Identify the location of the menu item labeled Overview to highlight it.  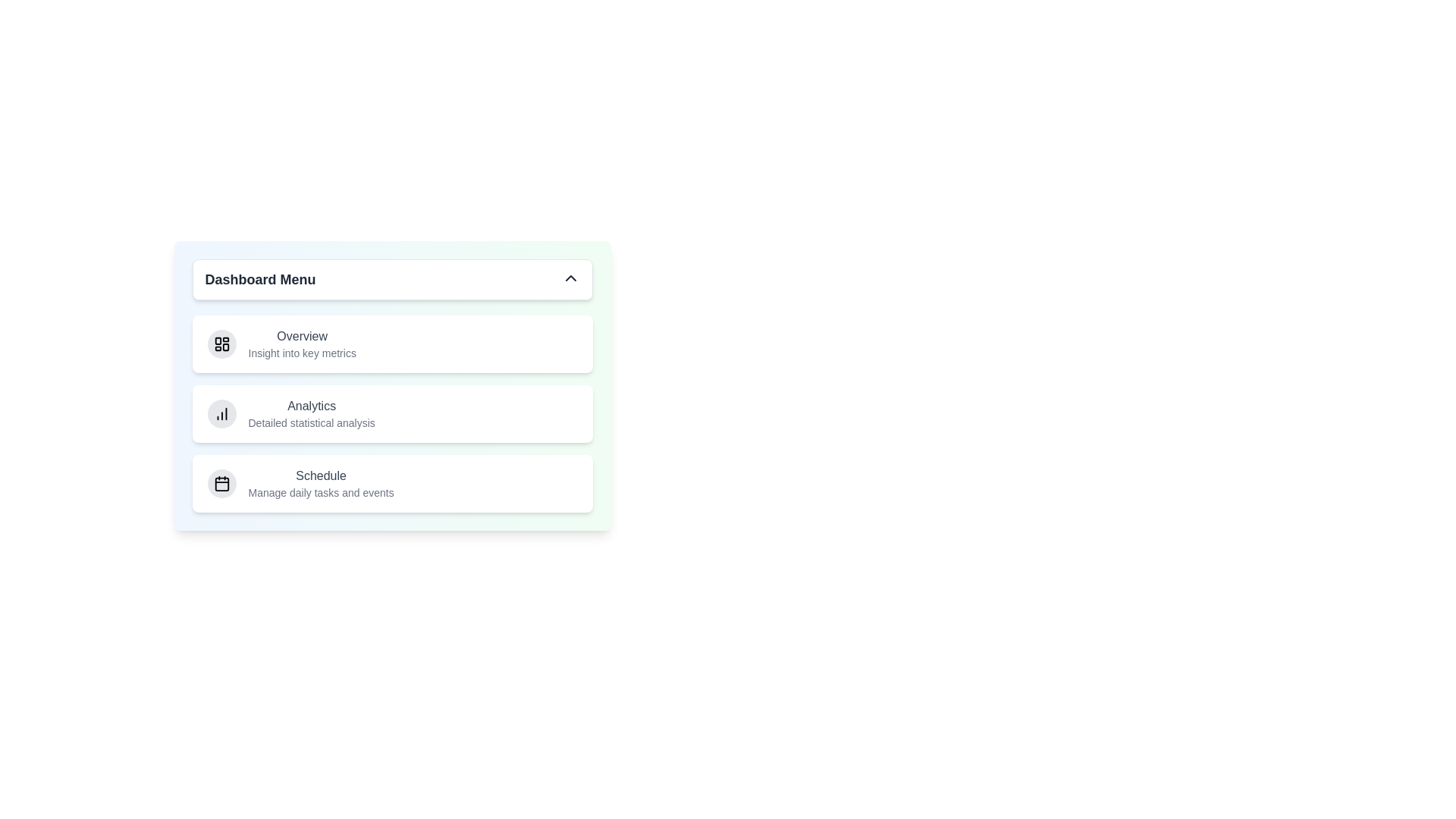
(302, 335).